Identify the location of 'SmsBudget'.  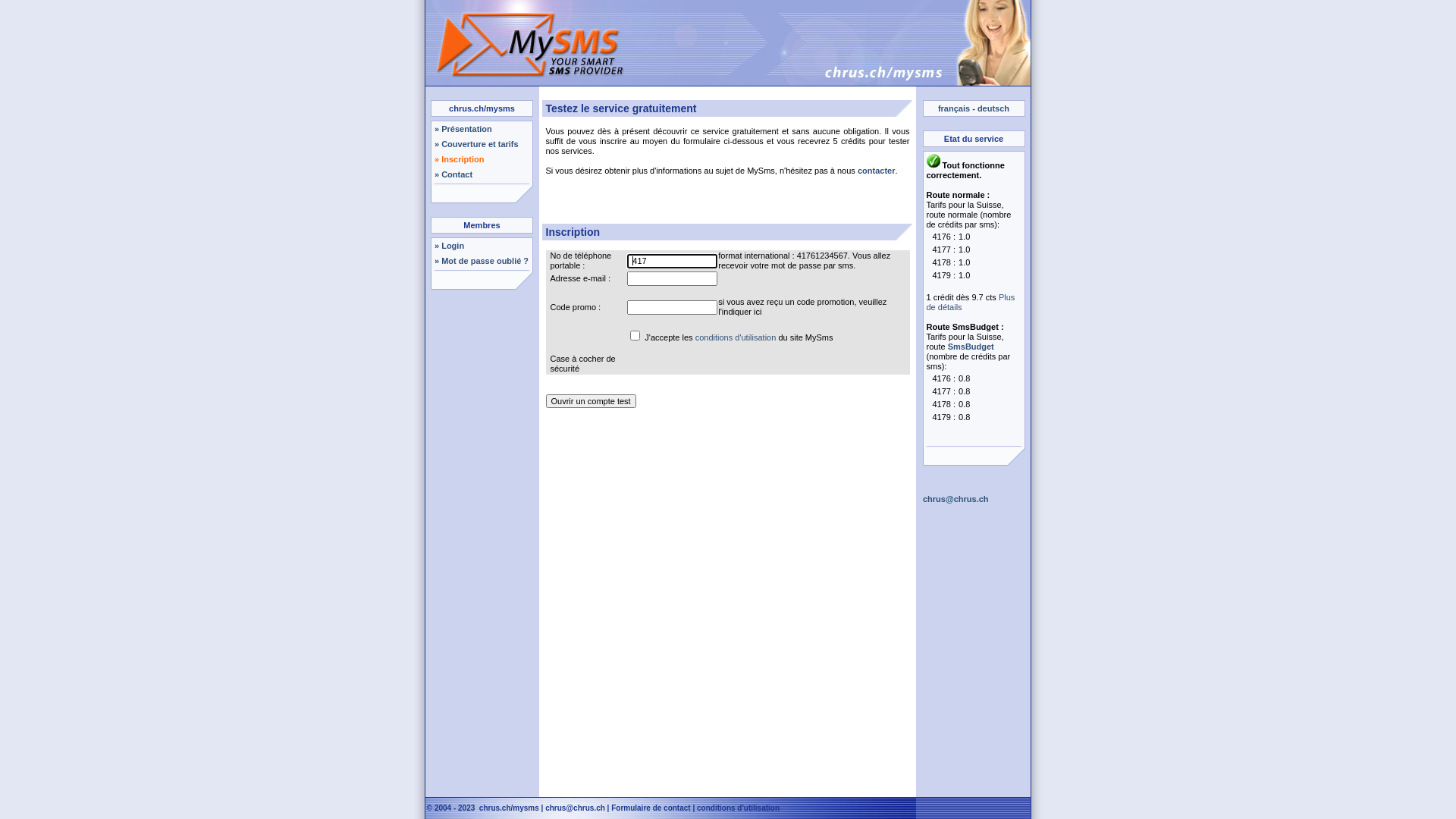
(971, 346).